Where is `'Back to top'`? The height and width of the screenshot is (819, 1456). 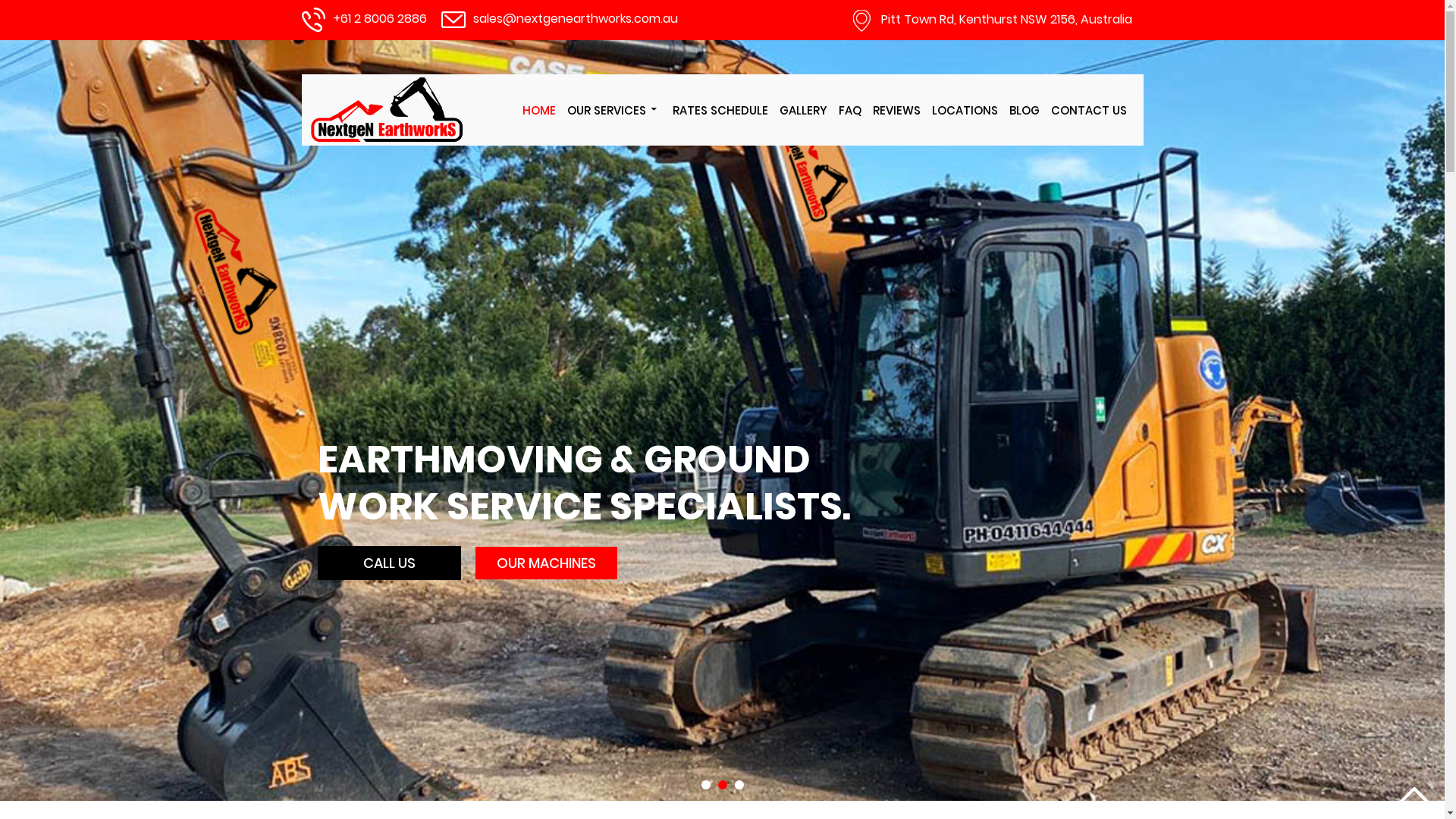
'Back to top' is located at coordinates (1398, 794).